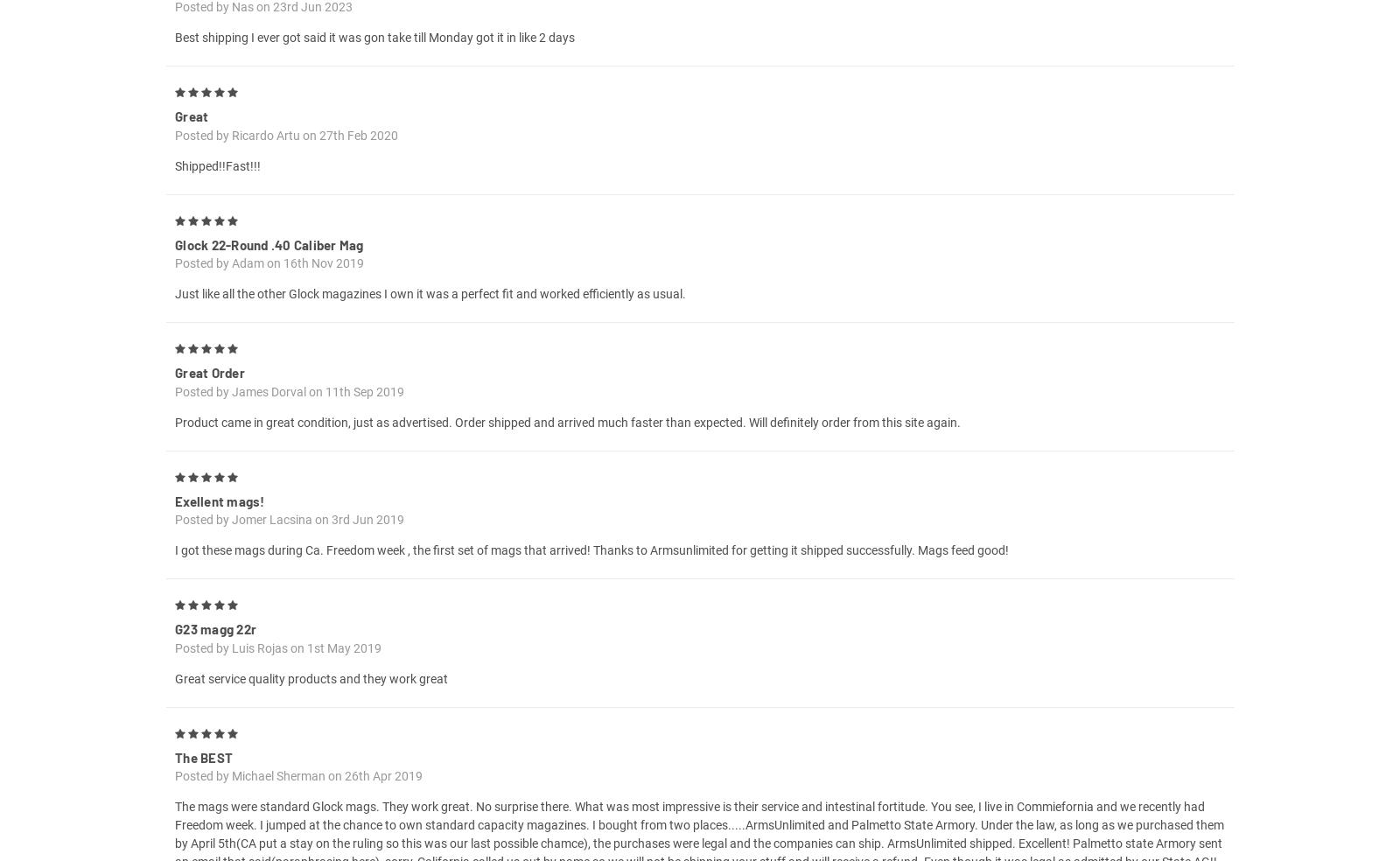 This screenshot has height=861, width=1400. What do you see at coordinates (298, 796) in the screenshot?
I see `'Posted by Michael Sherman on 26th Apr 2019'` at bounding box center [298, 796].